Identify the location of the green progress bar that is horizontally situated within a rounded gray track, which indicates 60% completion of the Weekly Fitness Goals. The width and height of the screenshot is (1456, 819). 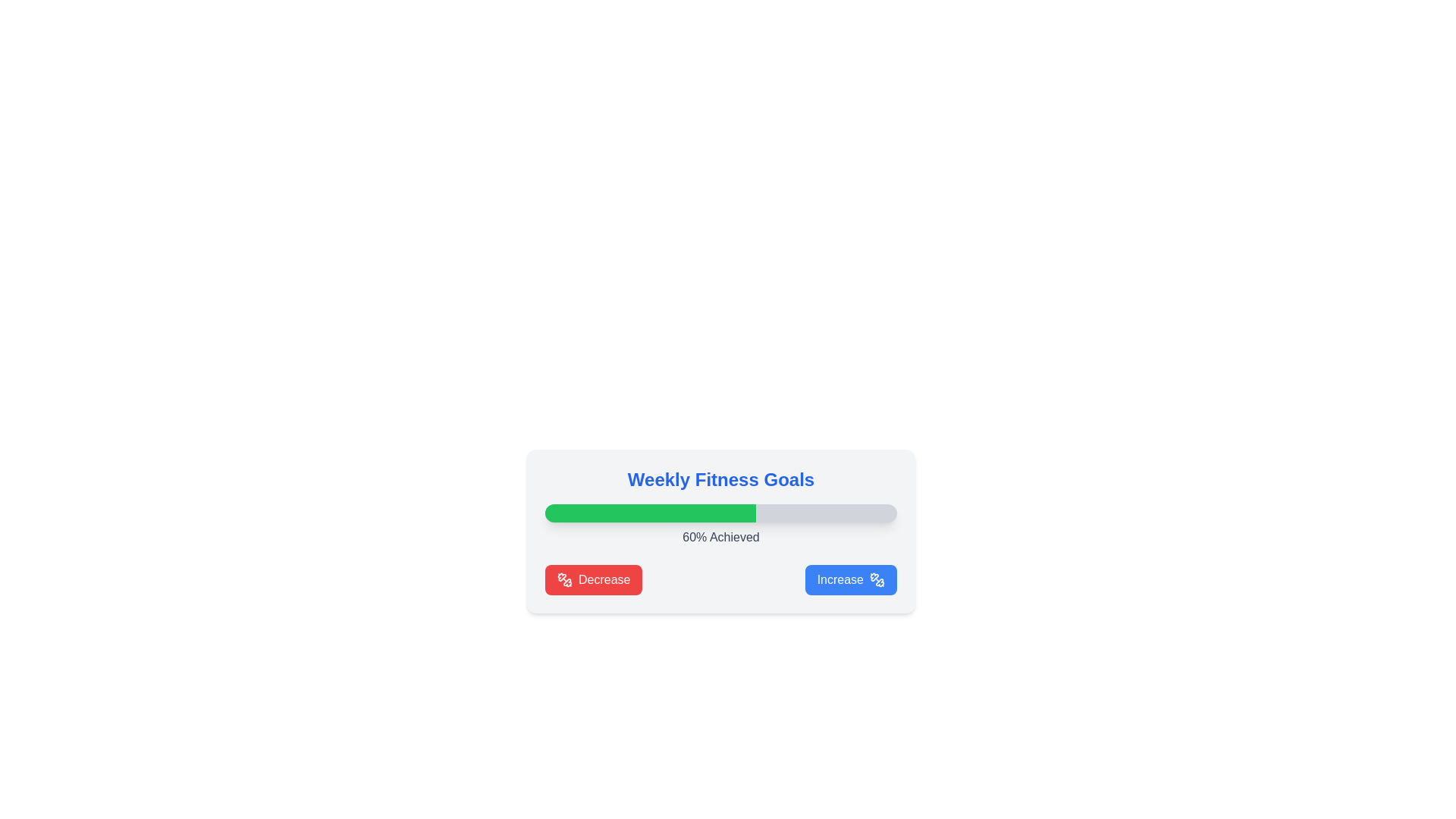
(651, 513).